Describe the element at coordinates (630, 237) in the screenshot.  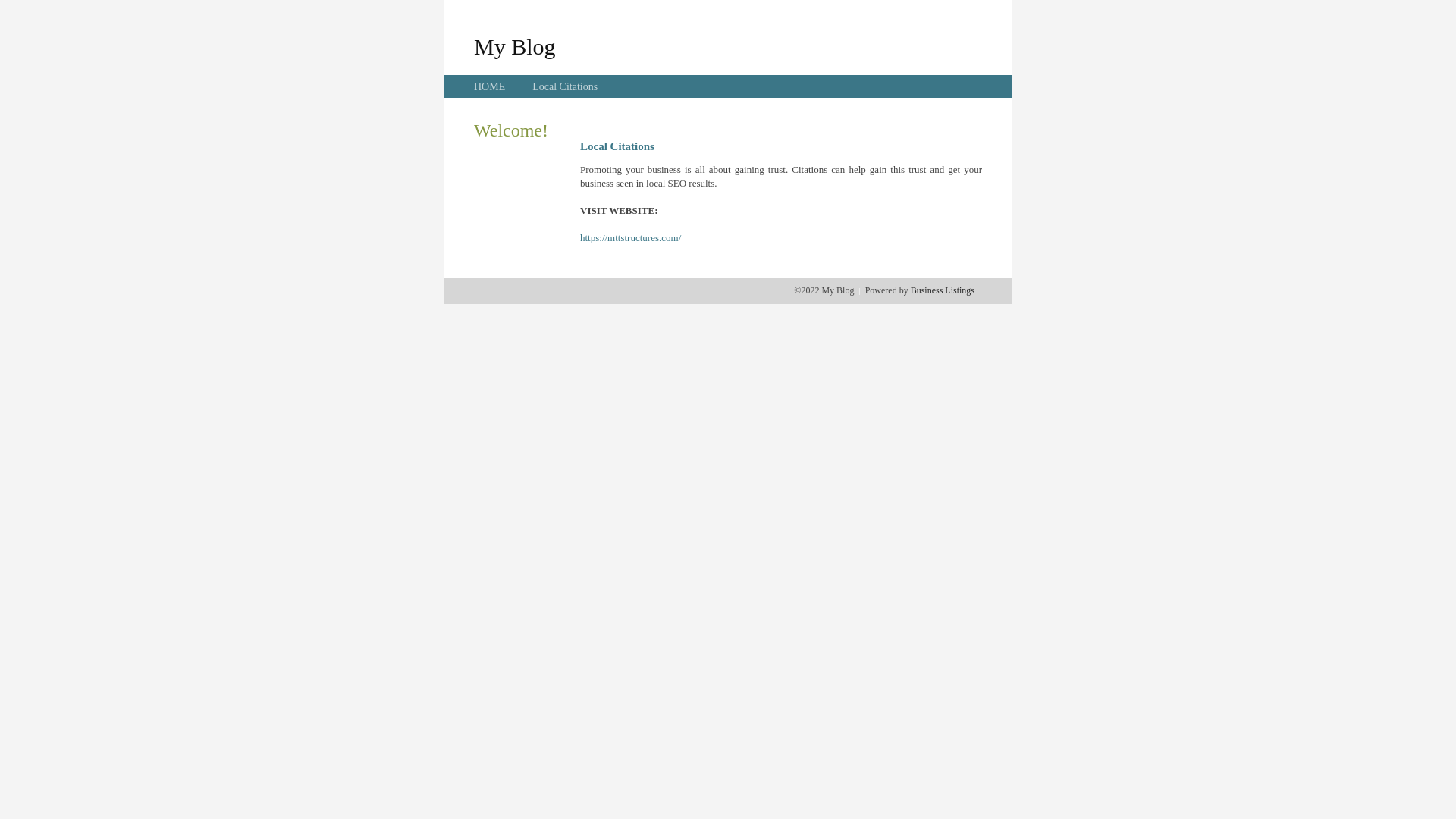
I see `'https://mttstructures.com/'` at that location.